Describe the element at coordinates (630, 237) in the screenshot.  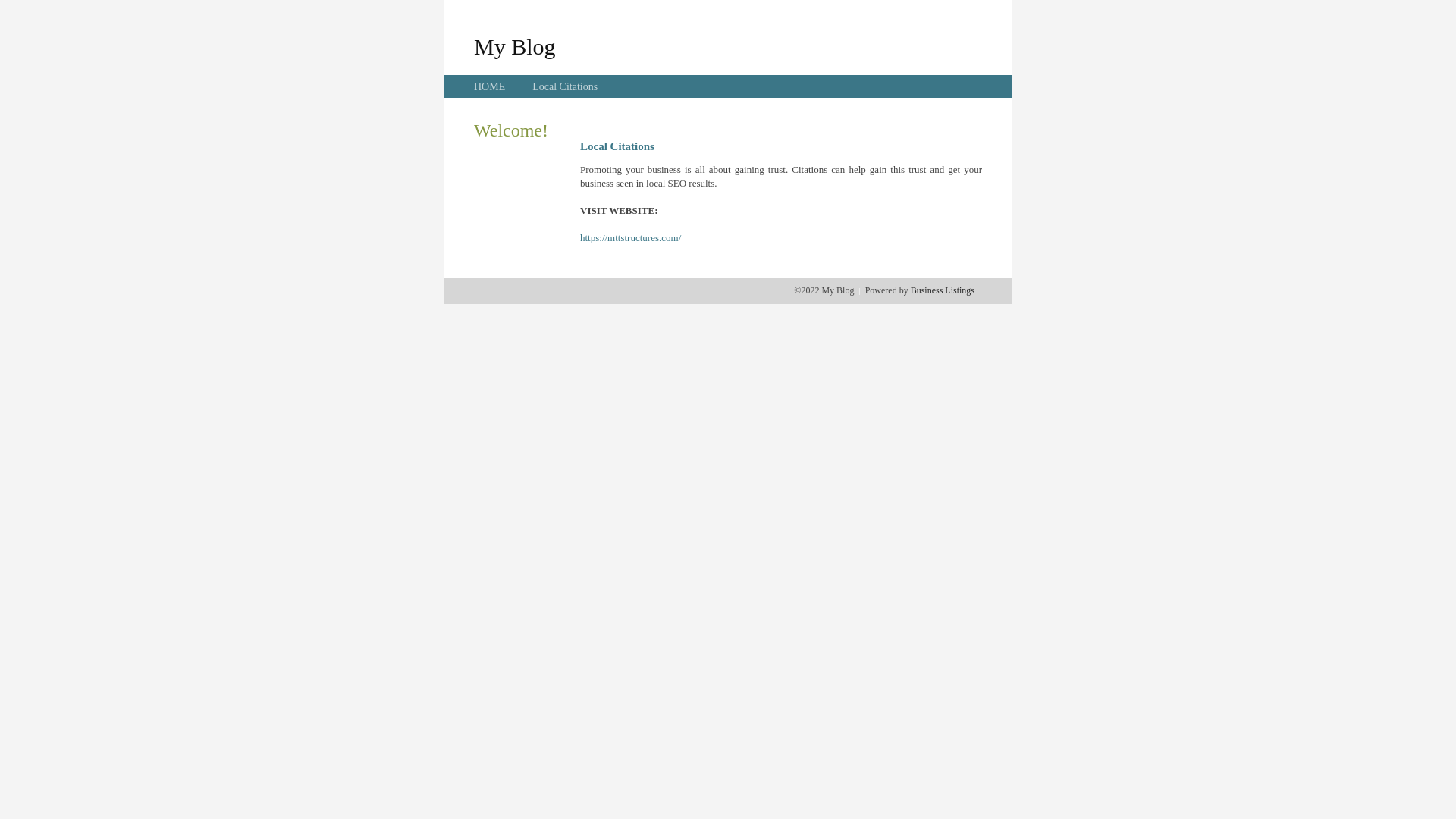
I see `'https://mttstructures.com/'` at that location.